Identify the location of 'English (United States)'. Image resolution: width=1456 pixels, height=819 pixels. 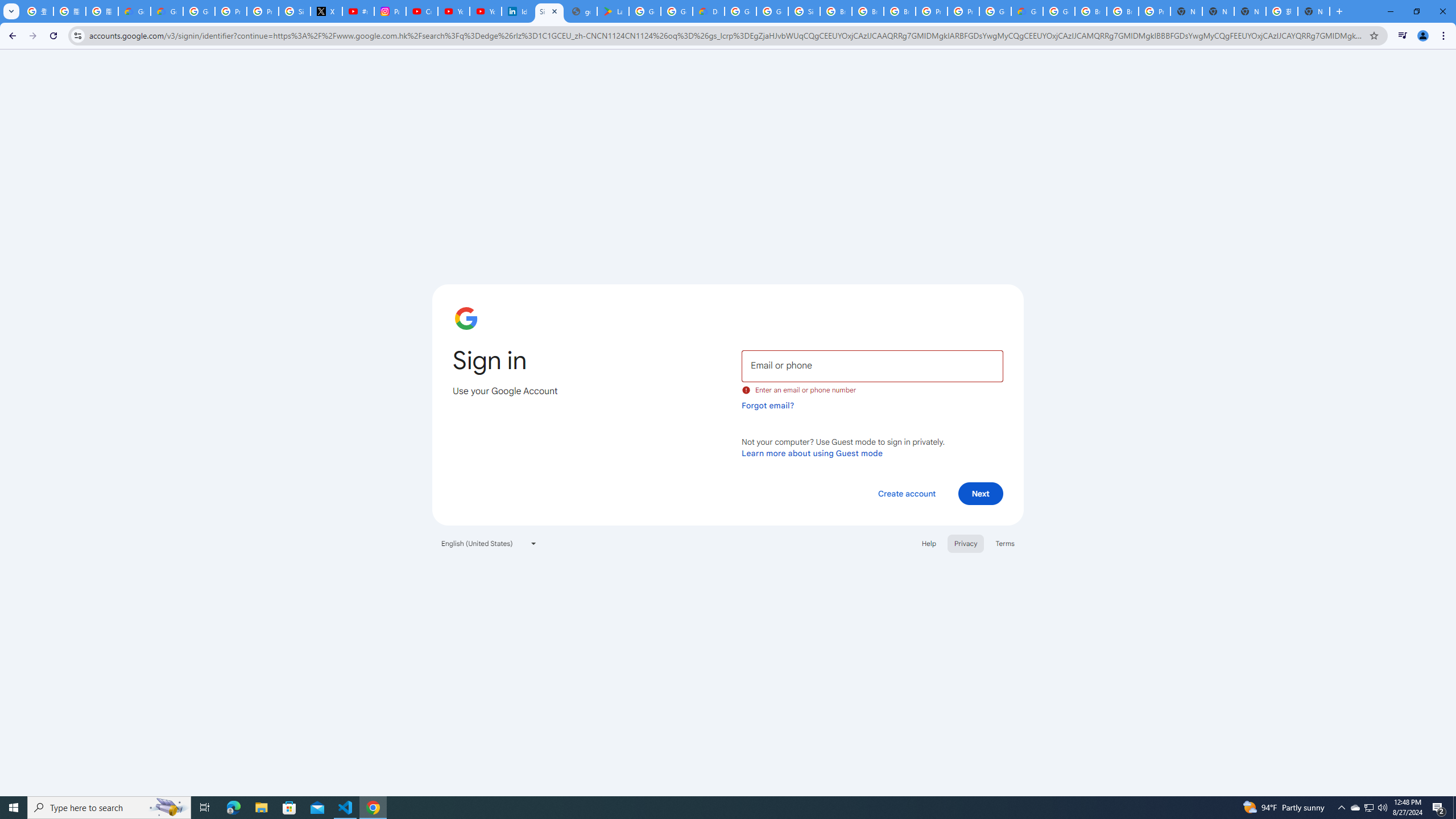
(489, 543).